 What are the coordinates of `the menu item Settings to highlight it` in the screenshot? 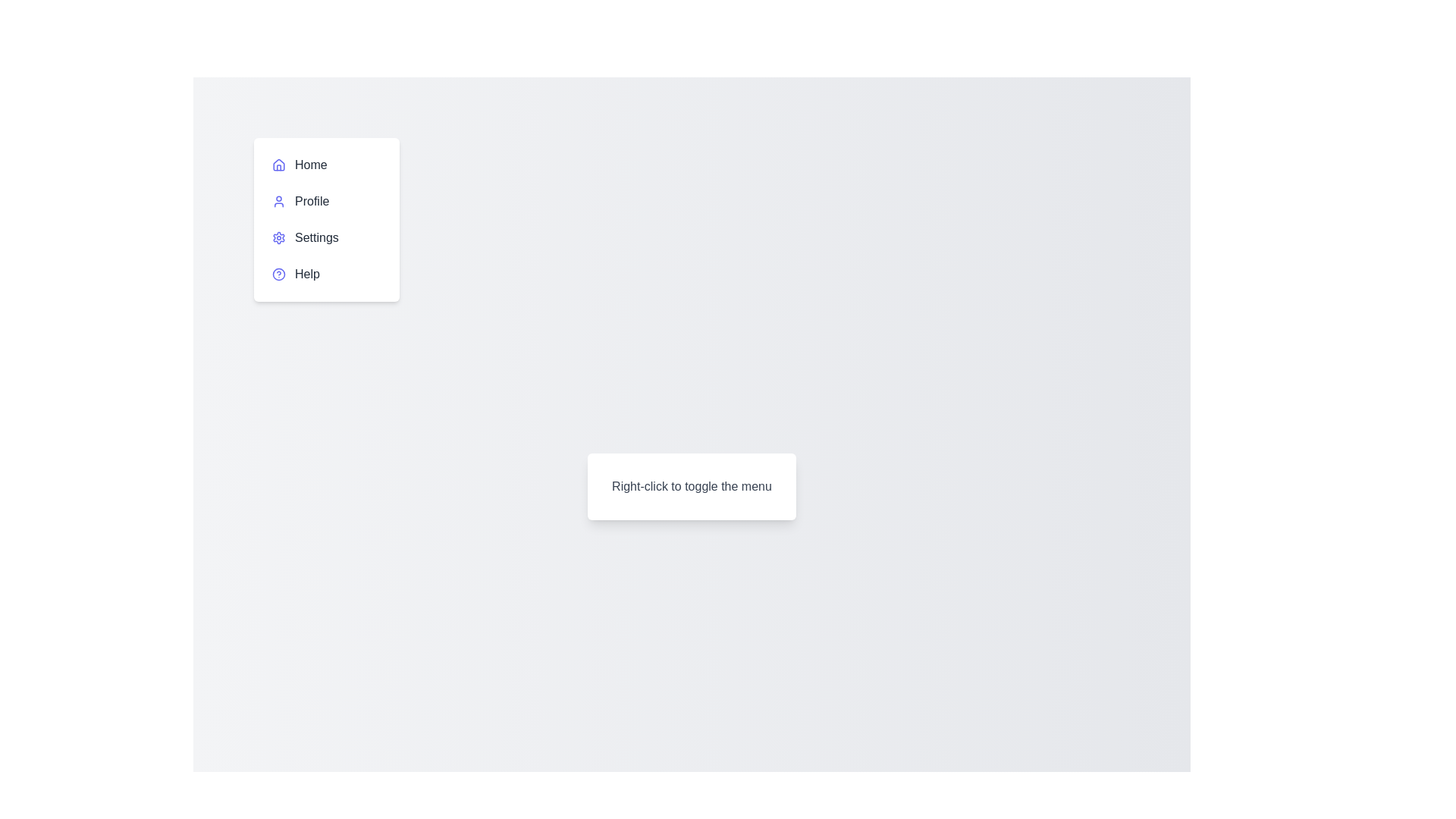 It's located at (326, 237).